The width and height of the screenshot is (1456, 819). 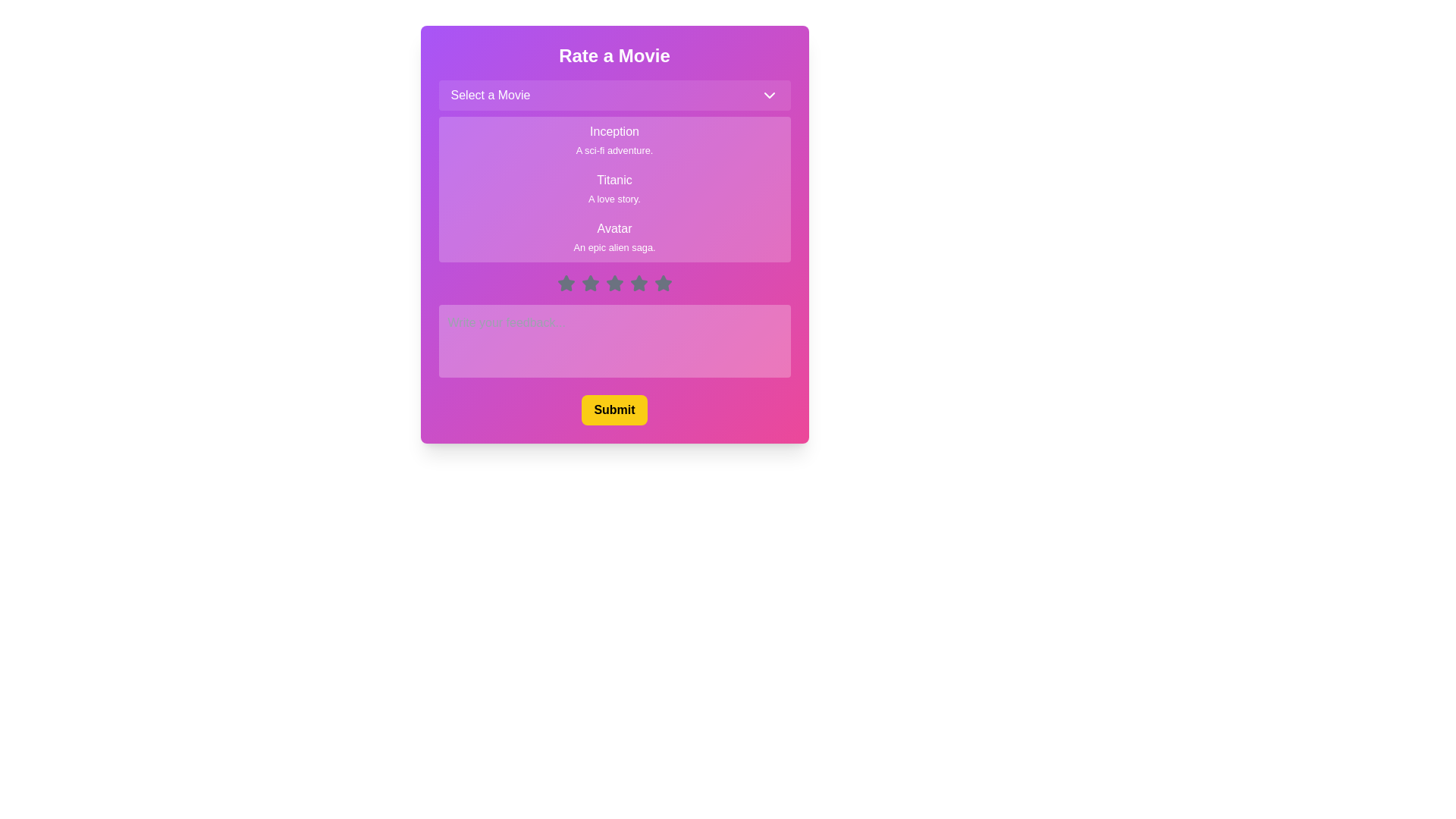 I want to click on the fourth star-shaped icon in the rating control, so click(x=639, y=283).